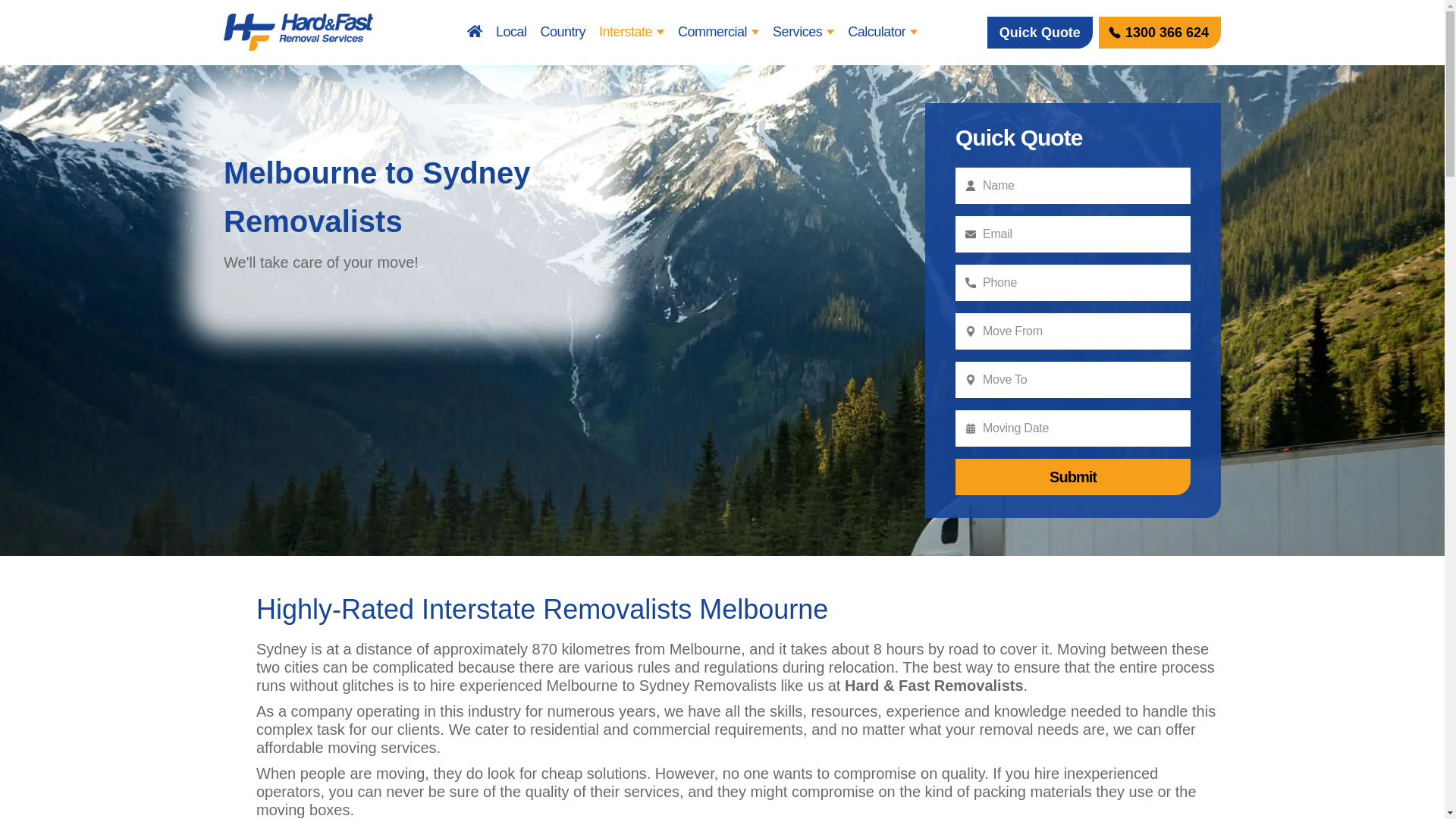  What do you see at coordinates (721, 309) in the screenshot?
I see `'Melbourne to Sydney Removalists'` at bounding box center [721, 309].